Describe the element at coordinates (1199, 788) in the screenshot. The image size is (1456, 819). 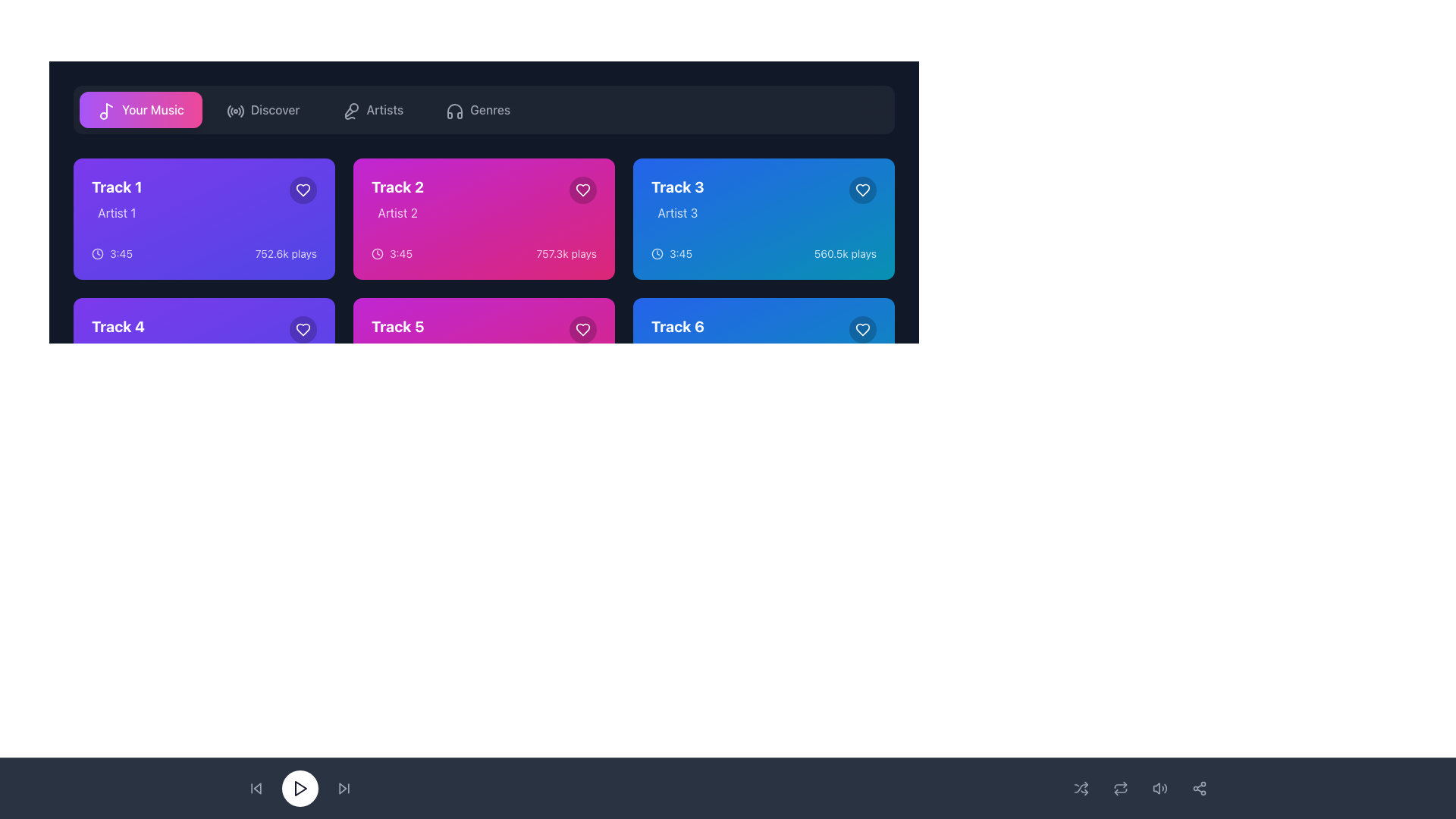
I see `the compact icon resembling a network or share symbol, located in the bottom navigation bar on the far right side` at that location.